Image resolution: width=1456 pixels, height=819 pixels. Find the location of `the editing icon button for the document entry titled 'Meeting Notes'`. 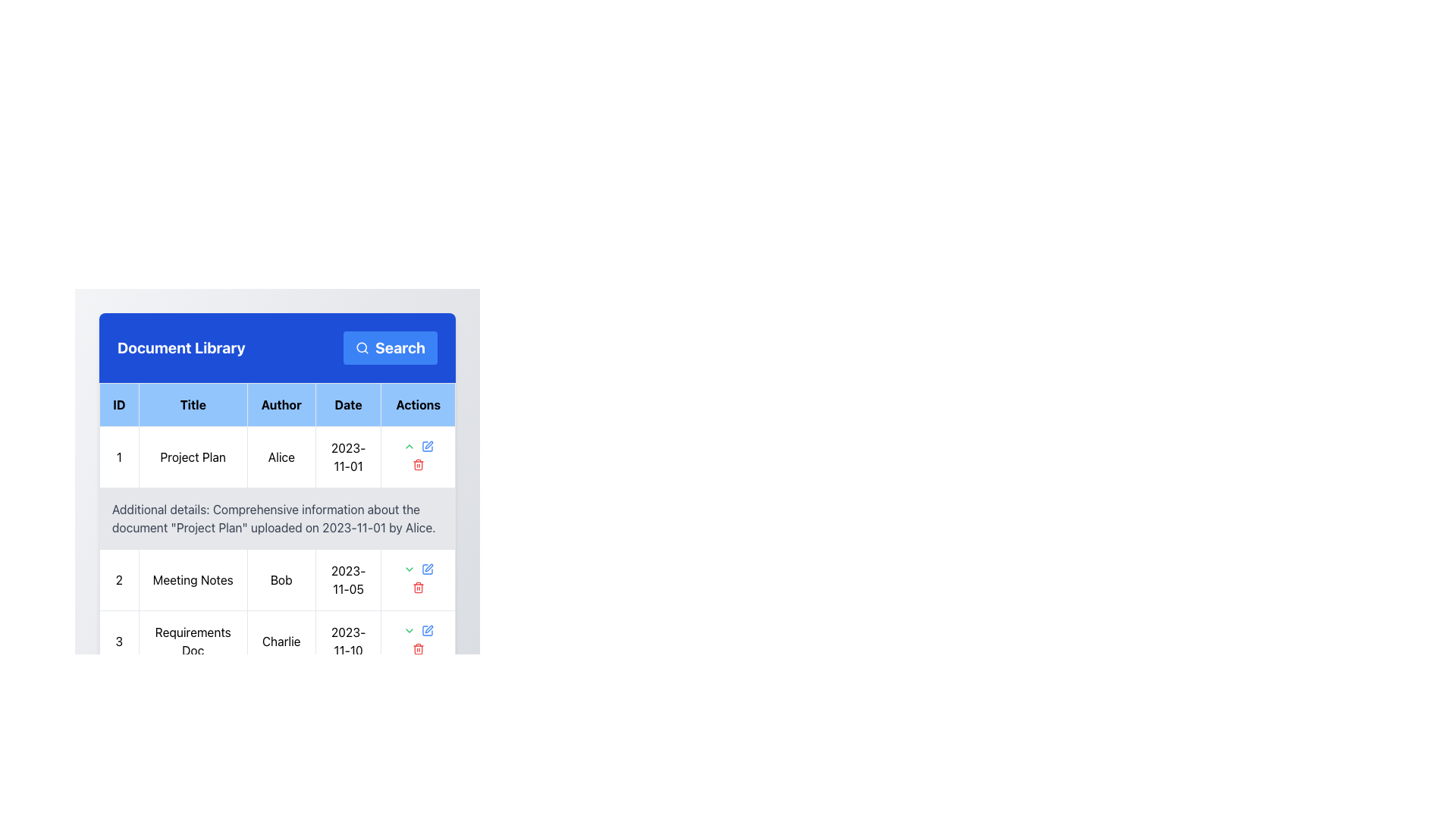

the editing icon button for the document entry titled 'Meeting Notes' is located at coordinates (426, 570).